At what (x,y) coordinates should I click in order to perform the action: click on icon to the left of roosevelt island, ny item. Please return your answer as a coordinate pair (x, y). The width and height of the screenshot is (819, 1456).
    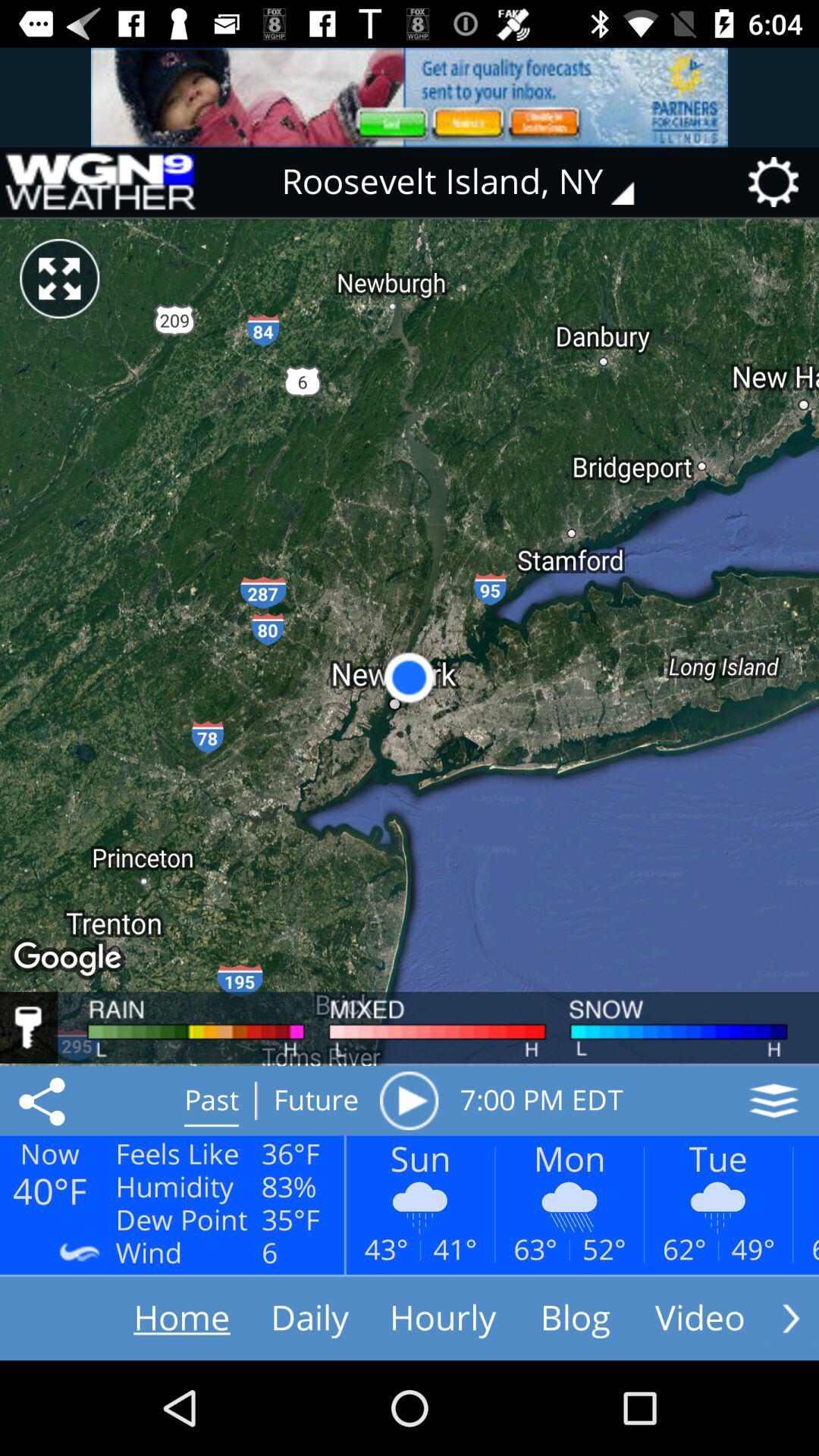
    Looking at the image, I should click on (99, 182).